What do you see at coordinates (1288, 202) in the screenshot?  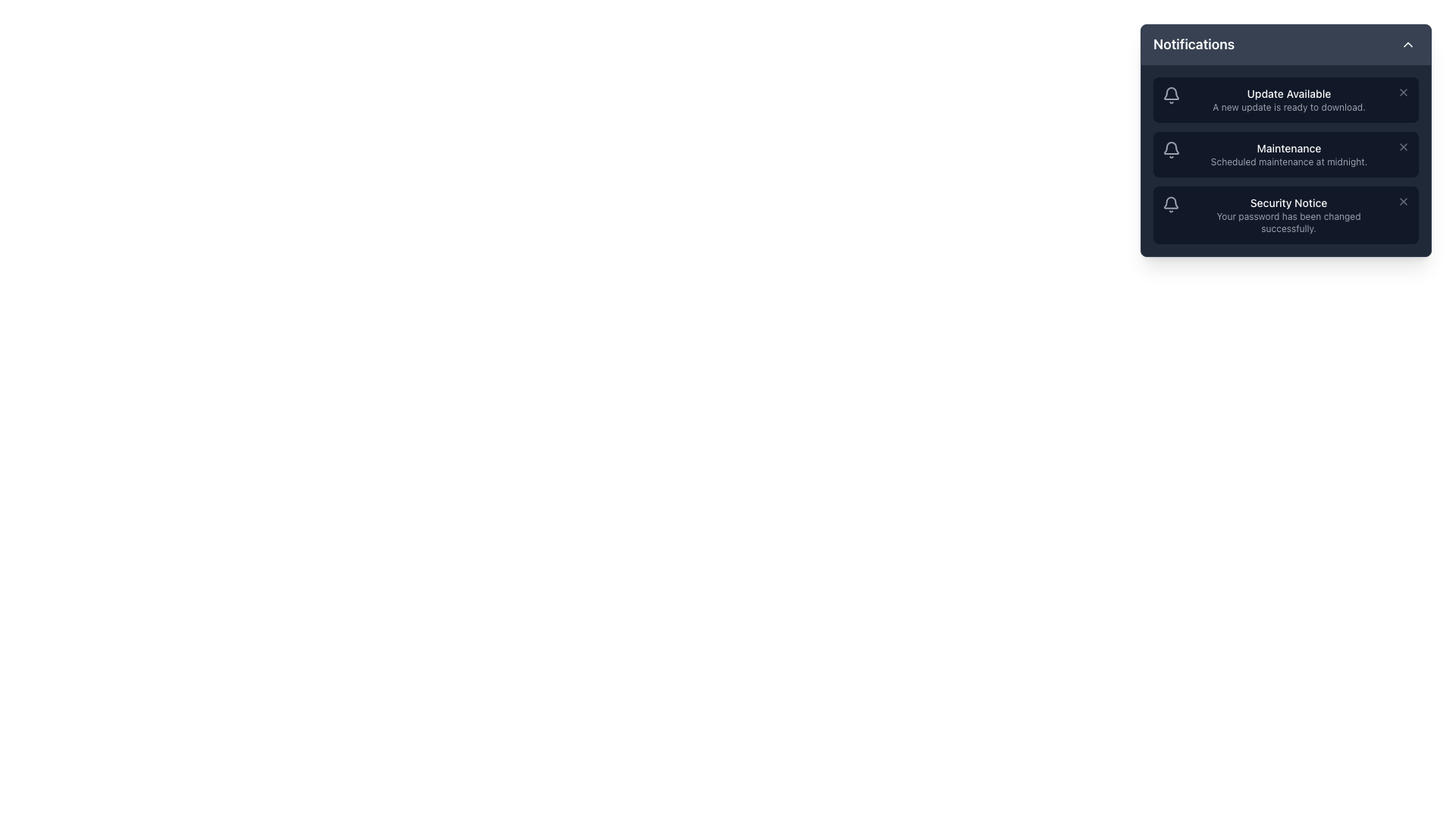 I see `text label 'Security Notice' which is displayed in white over a dark navy background in the third notification card` at bounding box center [1288, 202].